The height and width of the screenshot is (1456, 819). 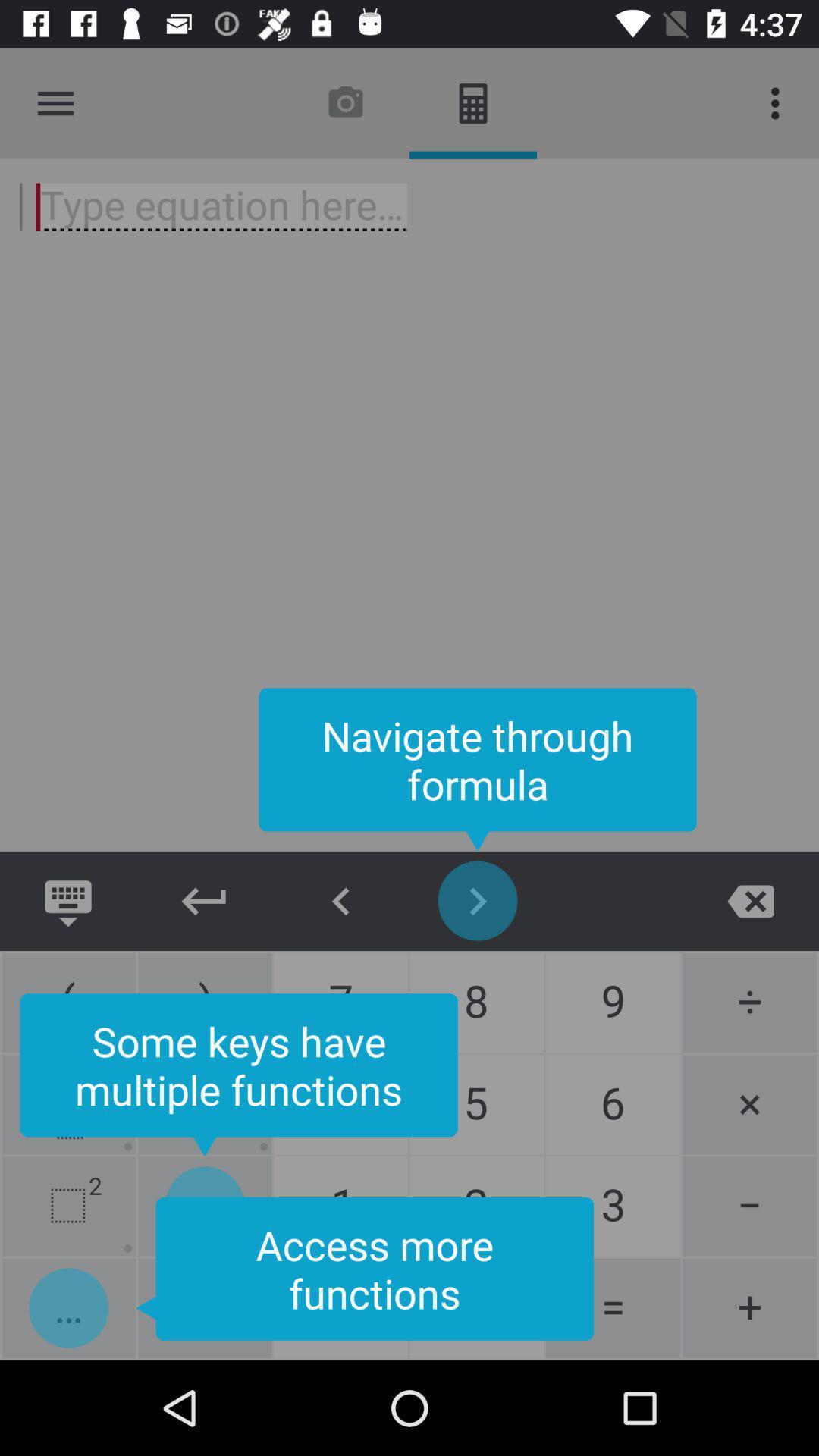 What do you see at coordinates (341, 901) in the screenshot?
I see `back` at bounding box center [341, 901].